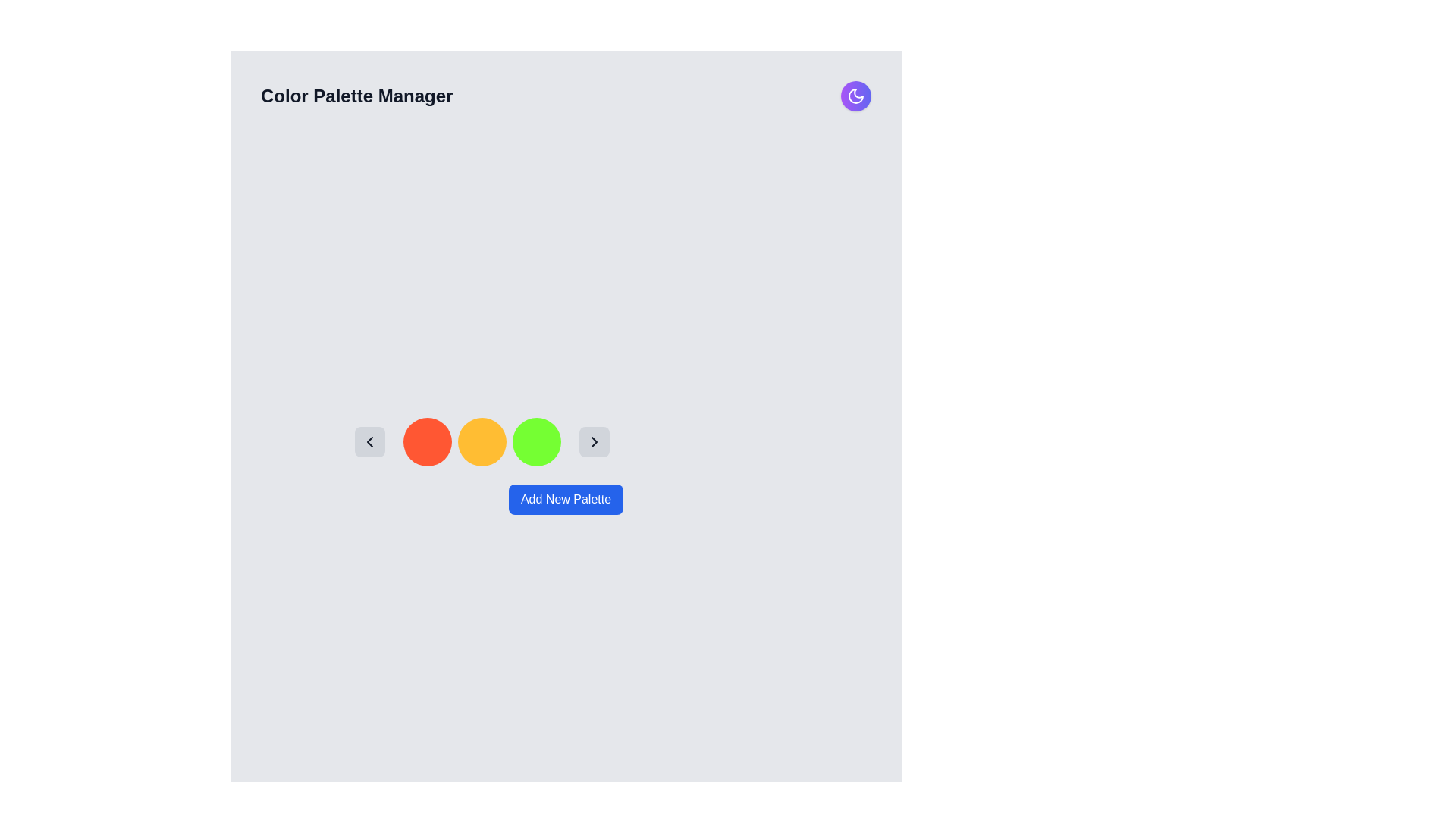 This screenshot has width=1456, height=819. I want to click on the toggle button in the top-right corner of the 'Color Palette Manager' header, so click(855, 96).